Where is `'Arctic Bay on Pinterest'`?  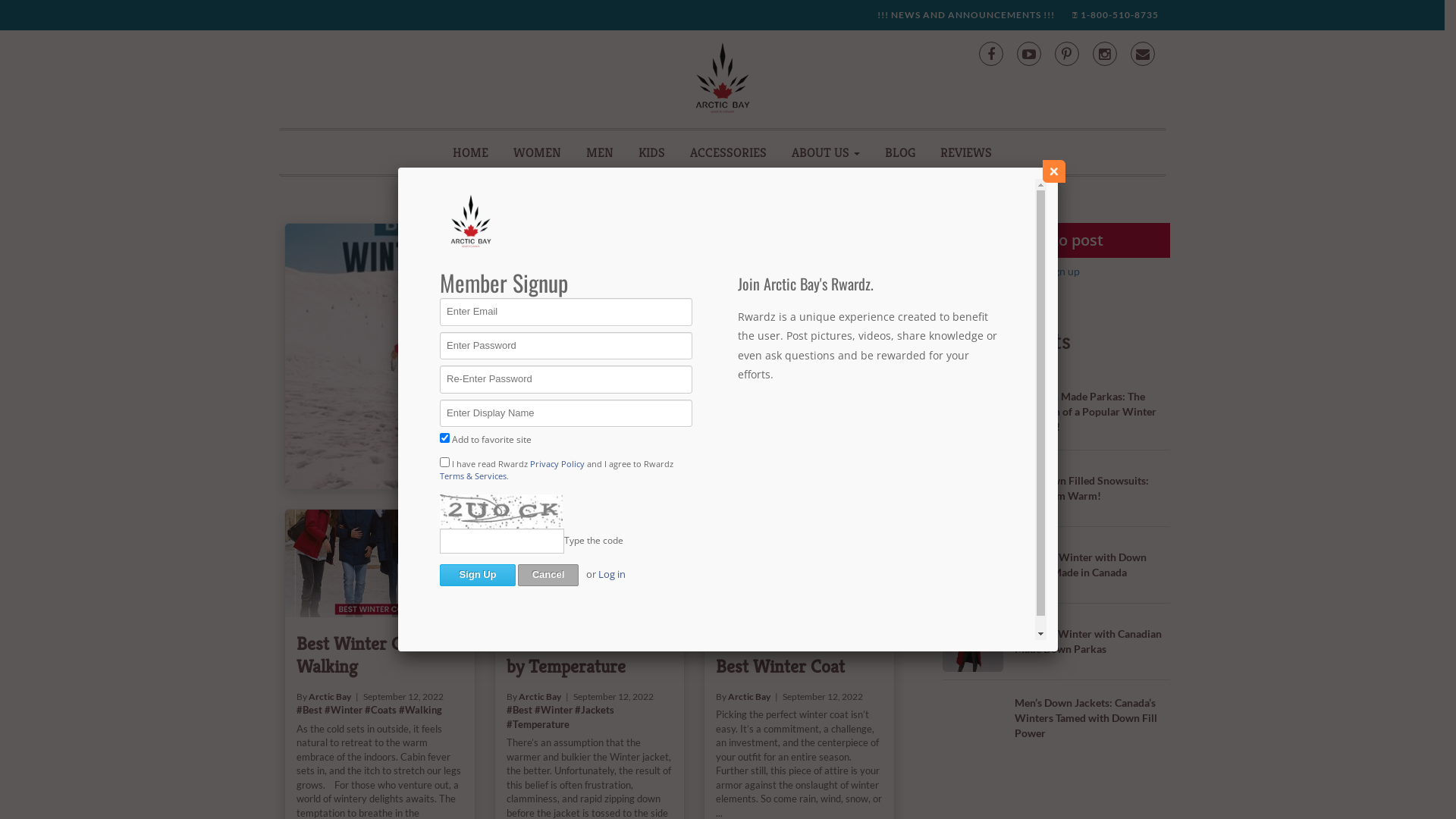
'Arctic Bay on Pinterest' is located at coordinates (1053, 52).